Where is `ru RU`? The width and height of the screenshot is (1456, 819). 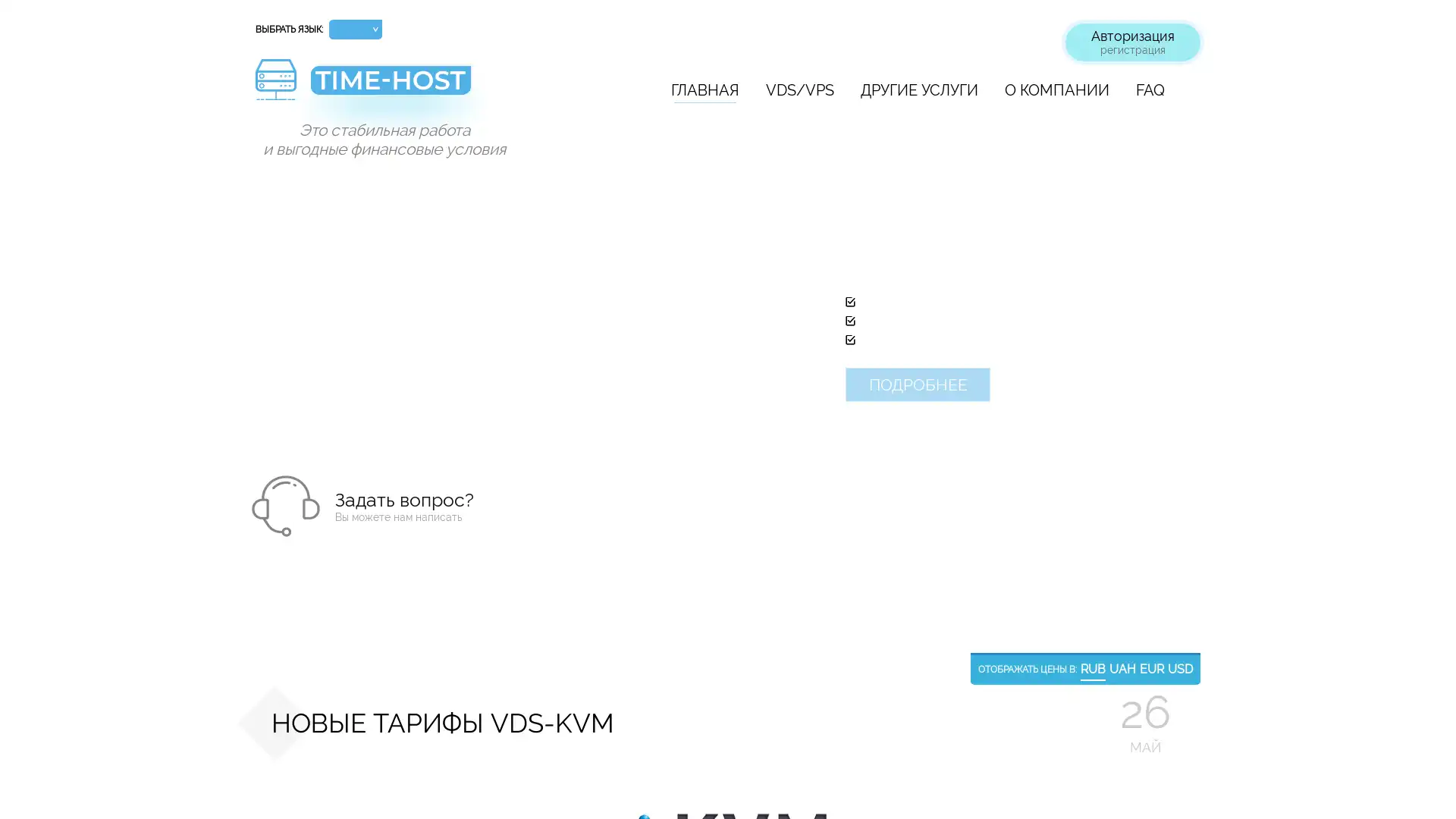 ru RU is located at coordinates (355, 49).